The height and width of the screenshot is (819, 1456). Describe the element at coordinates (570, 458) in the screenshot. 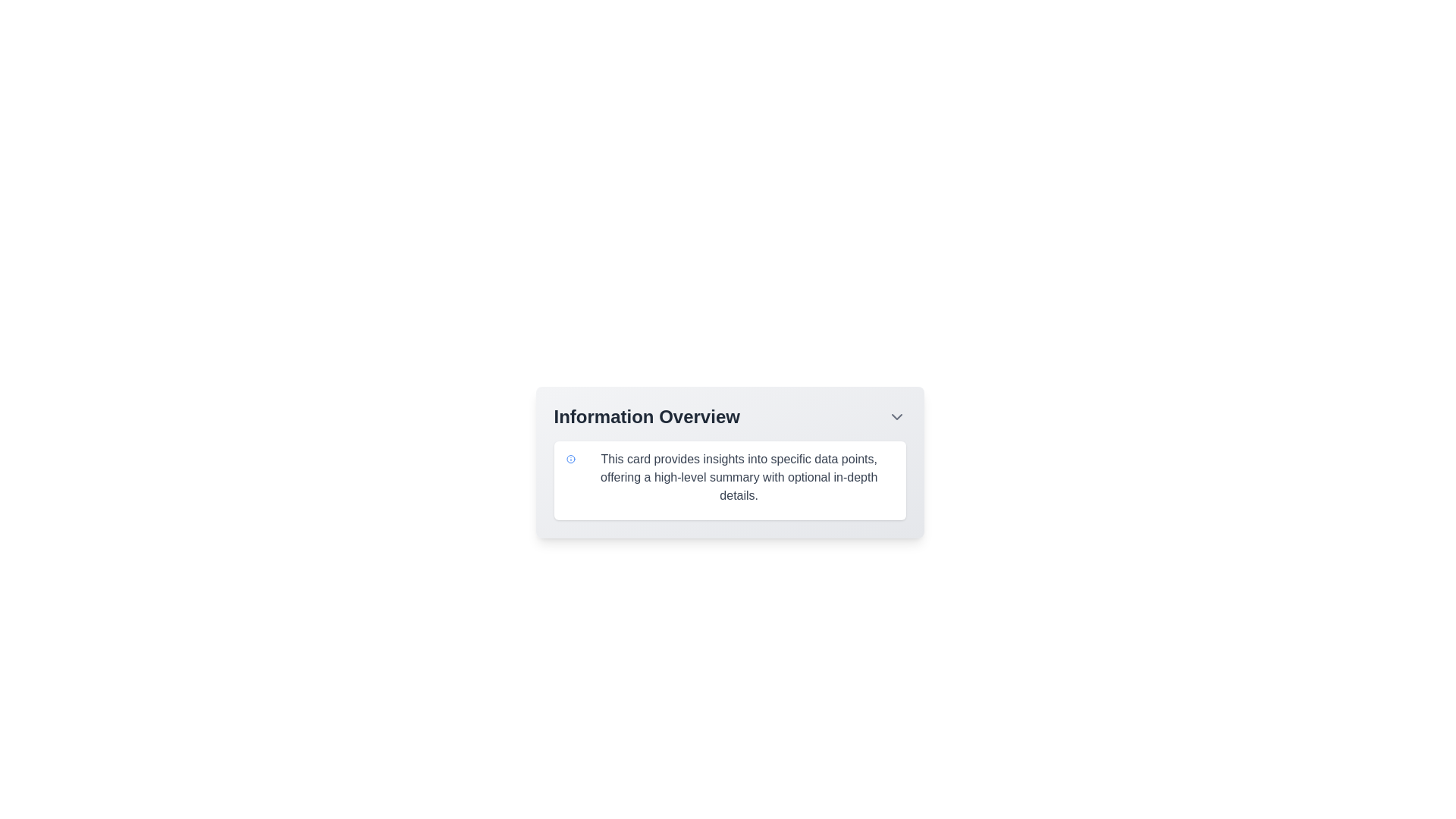

I see `the SVG circle element that is part of the blue-tinted info icon adjacent to a text block` at that location.